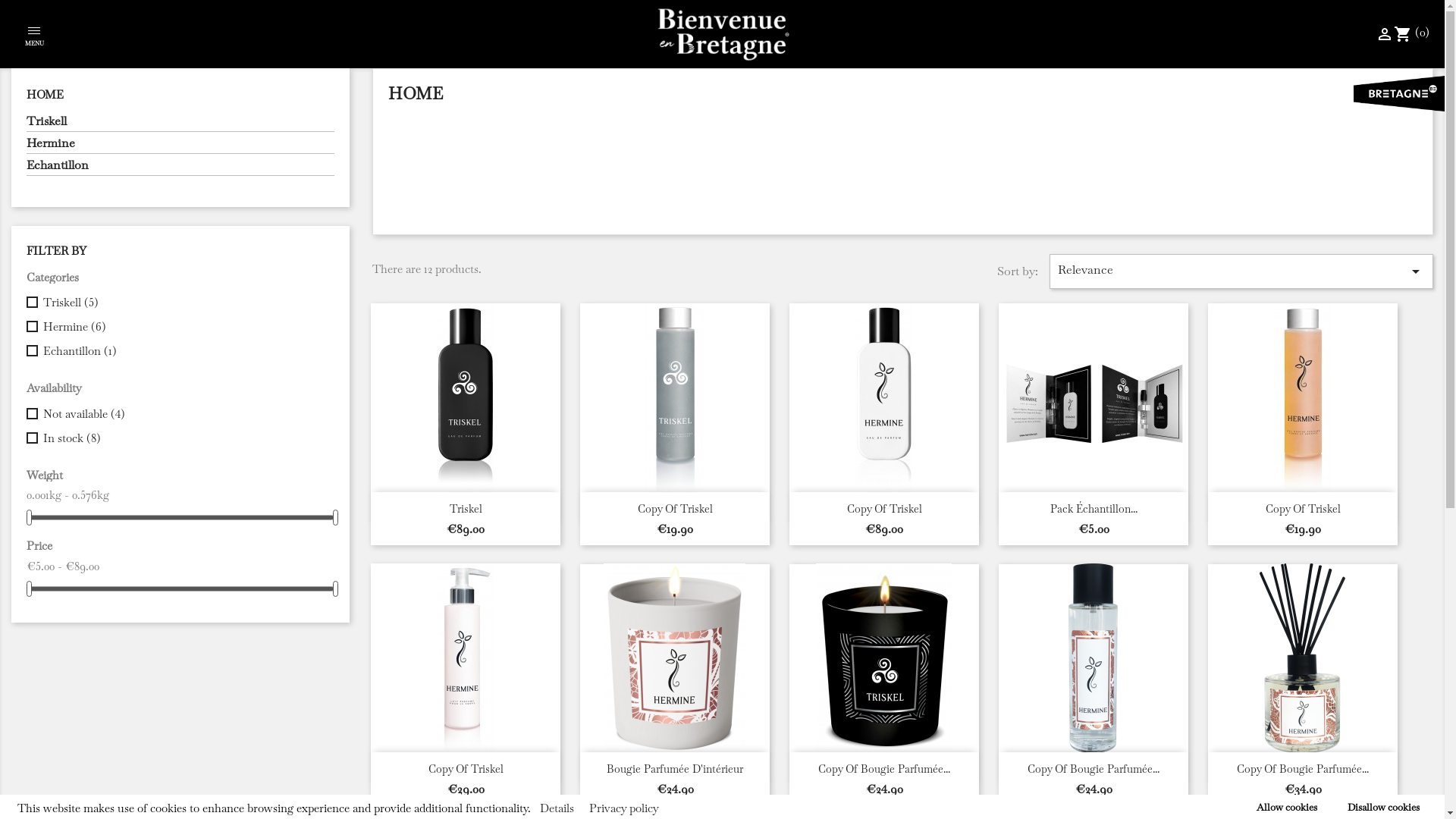 This screenshot has height=819, width=1456. What do you see at coordinates (556, 807) in the screenshot?
I see `'Details'` at bounding box center [556, 807].